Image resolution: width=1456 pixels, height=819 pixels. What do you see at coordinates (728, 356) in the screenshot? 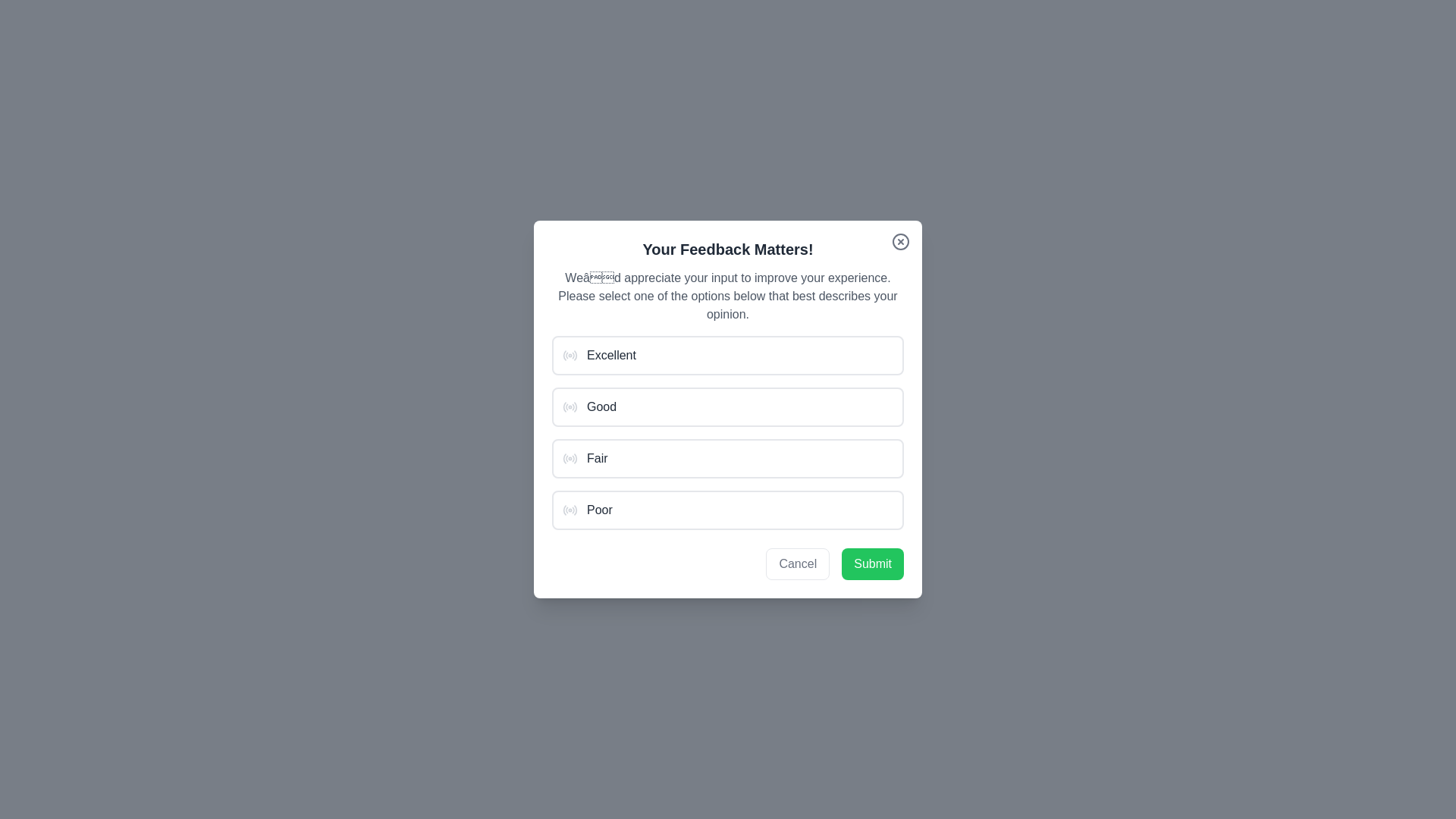
I see `the option 'Excellent' from the list` at bounding box center [728, 356].